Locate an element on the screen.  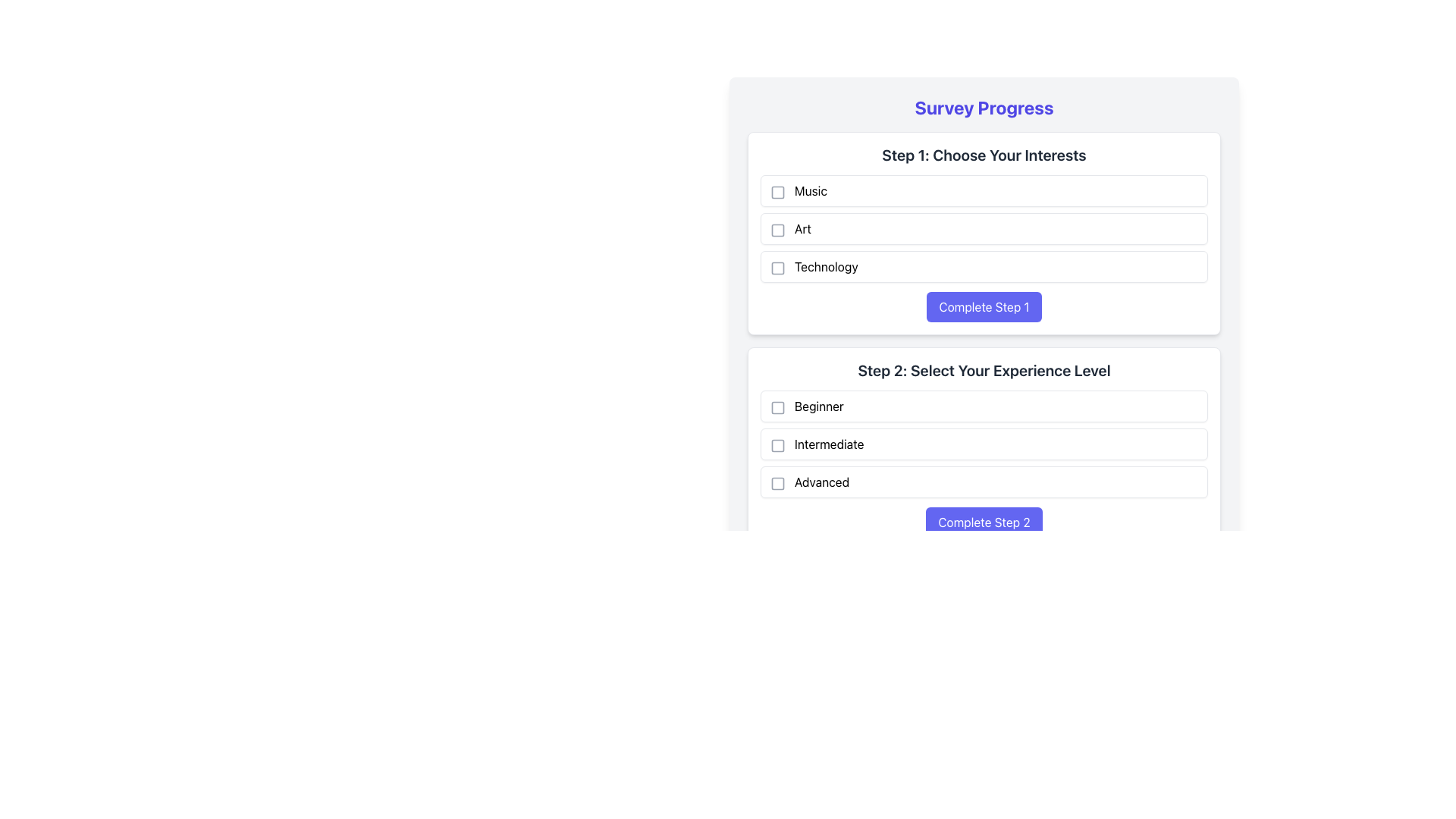
the checkbox for the 'Intermediate' experience level selection, which is located to the left of the text 'Intermediate' in the 'Step 2: Select Your Experience Level' section is located at coordinates (778, 444).